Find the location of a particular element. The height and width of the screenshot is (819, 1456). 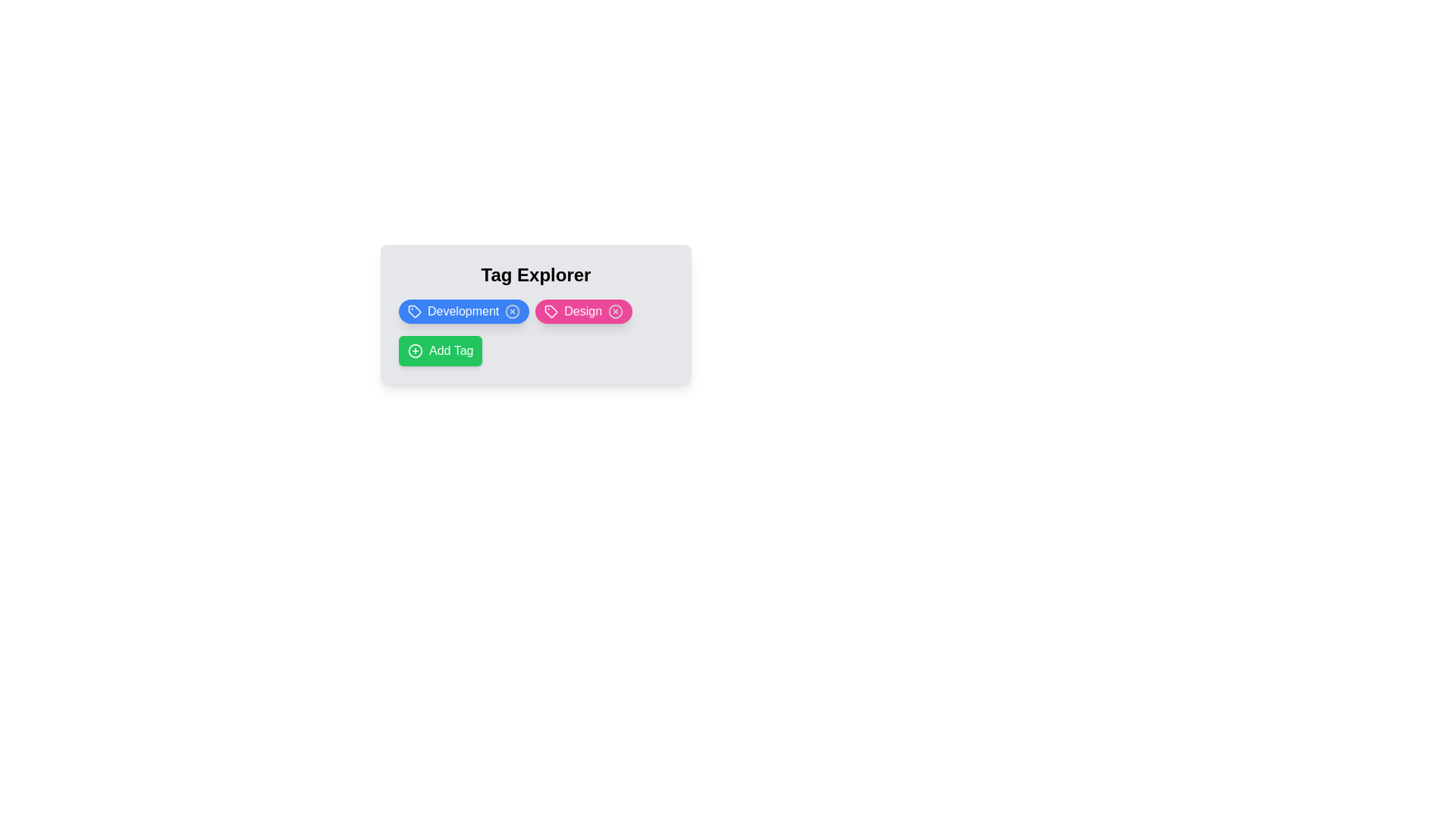

the 'Add Tag' button to add a new tag is located at coordinates (439, 350).